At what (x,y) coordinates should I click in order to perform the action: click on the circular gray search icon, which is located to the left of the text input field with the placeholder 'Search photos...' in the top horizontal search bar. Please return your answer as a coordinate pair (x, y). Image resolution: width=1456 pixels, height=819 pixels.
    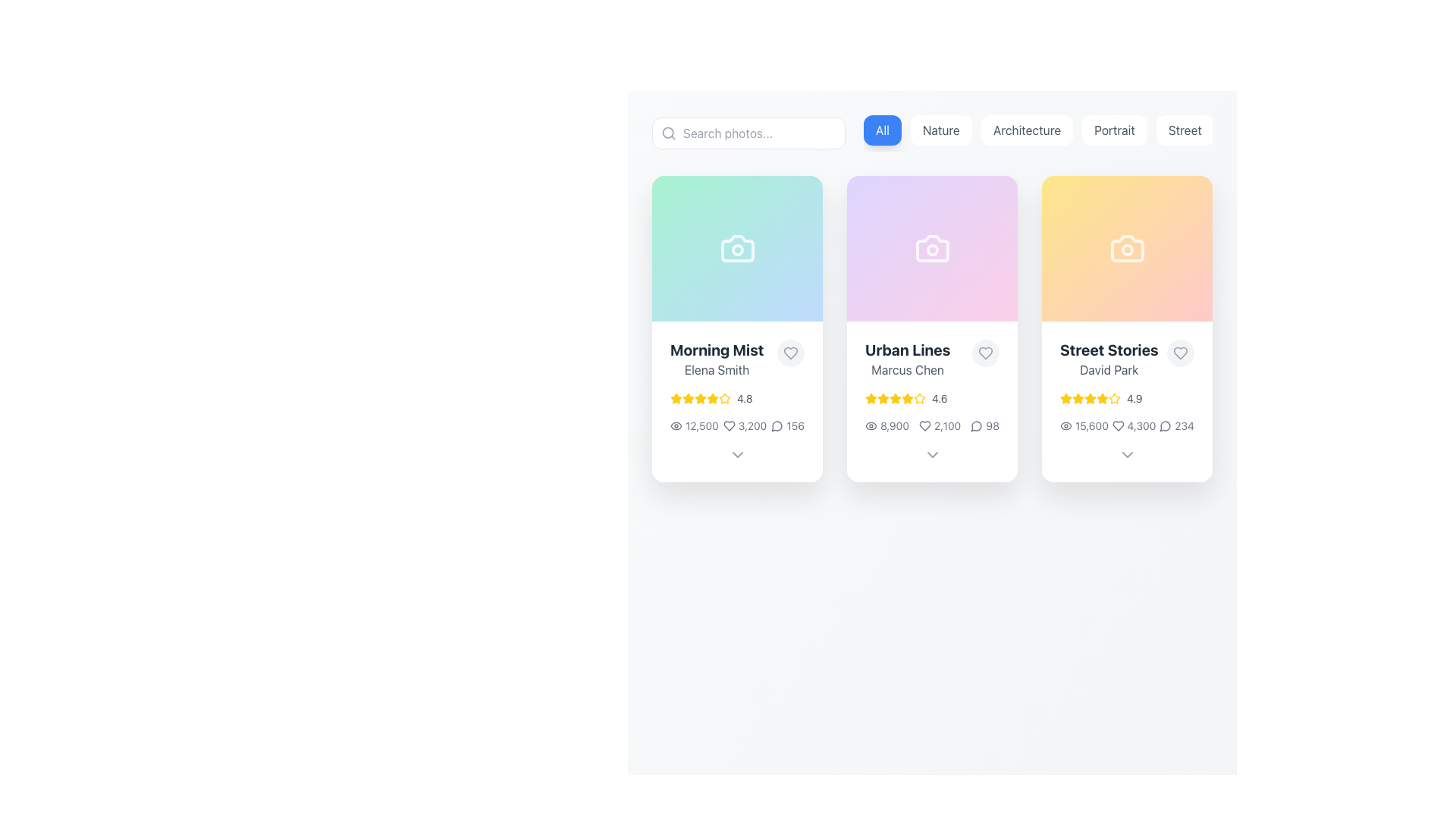
    Looking at the image, I should click on (668, 133).